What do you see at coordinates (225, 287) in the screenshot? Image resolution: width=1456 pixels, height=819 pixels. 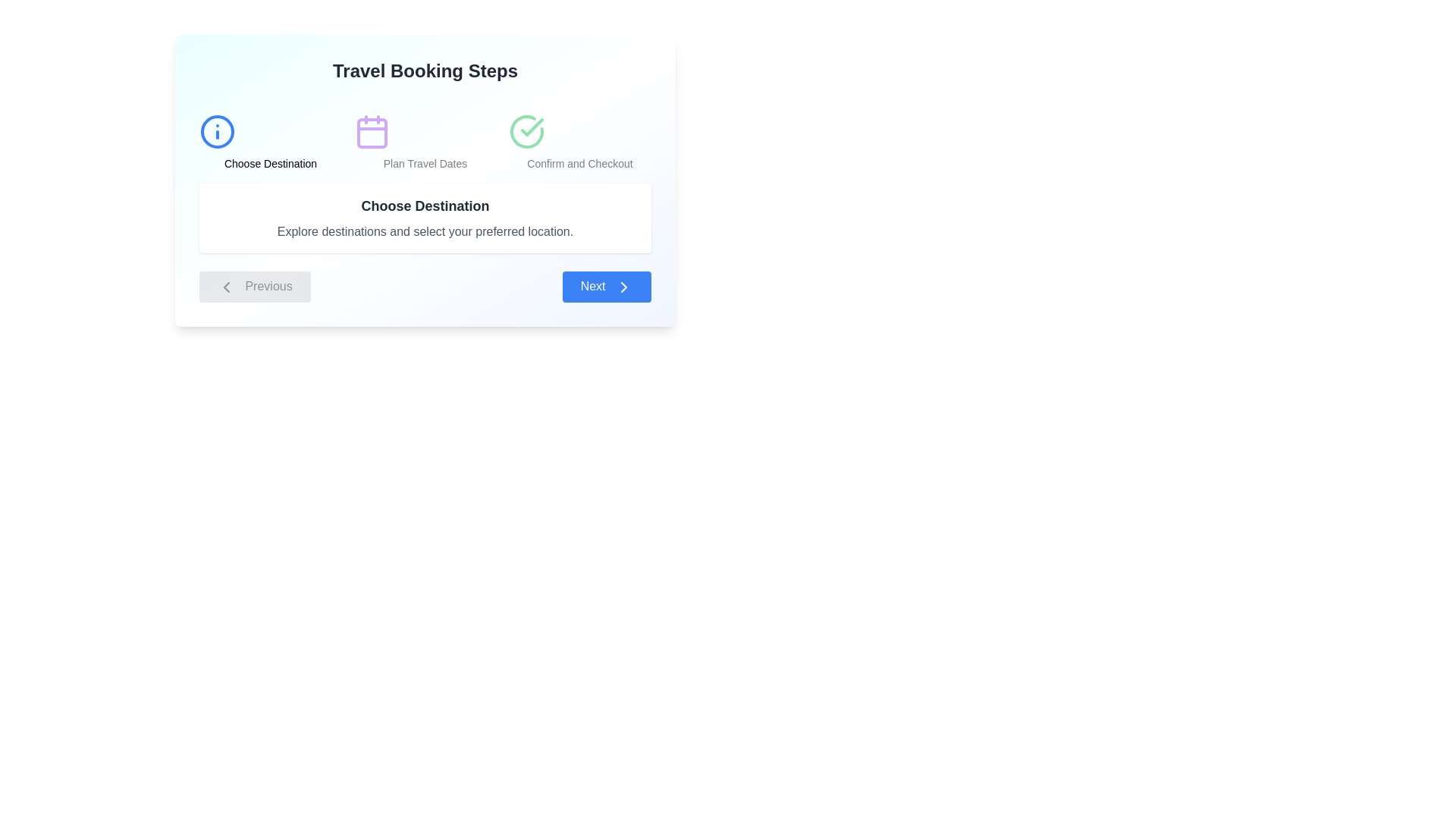 I see `the previous button located at the bottom-left of the interface by clicking on its center to activate navigation` at bounding box center [225, 287].